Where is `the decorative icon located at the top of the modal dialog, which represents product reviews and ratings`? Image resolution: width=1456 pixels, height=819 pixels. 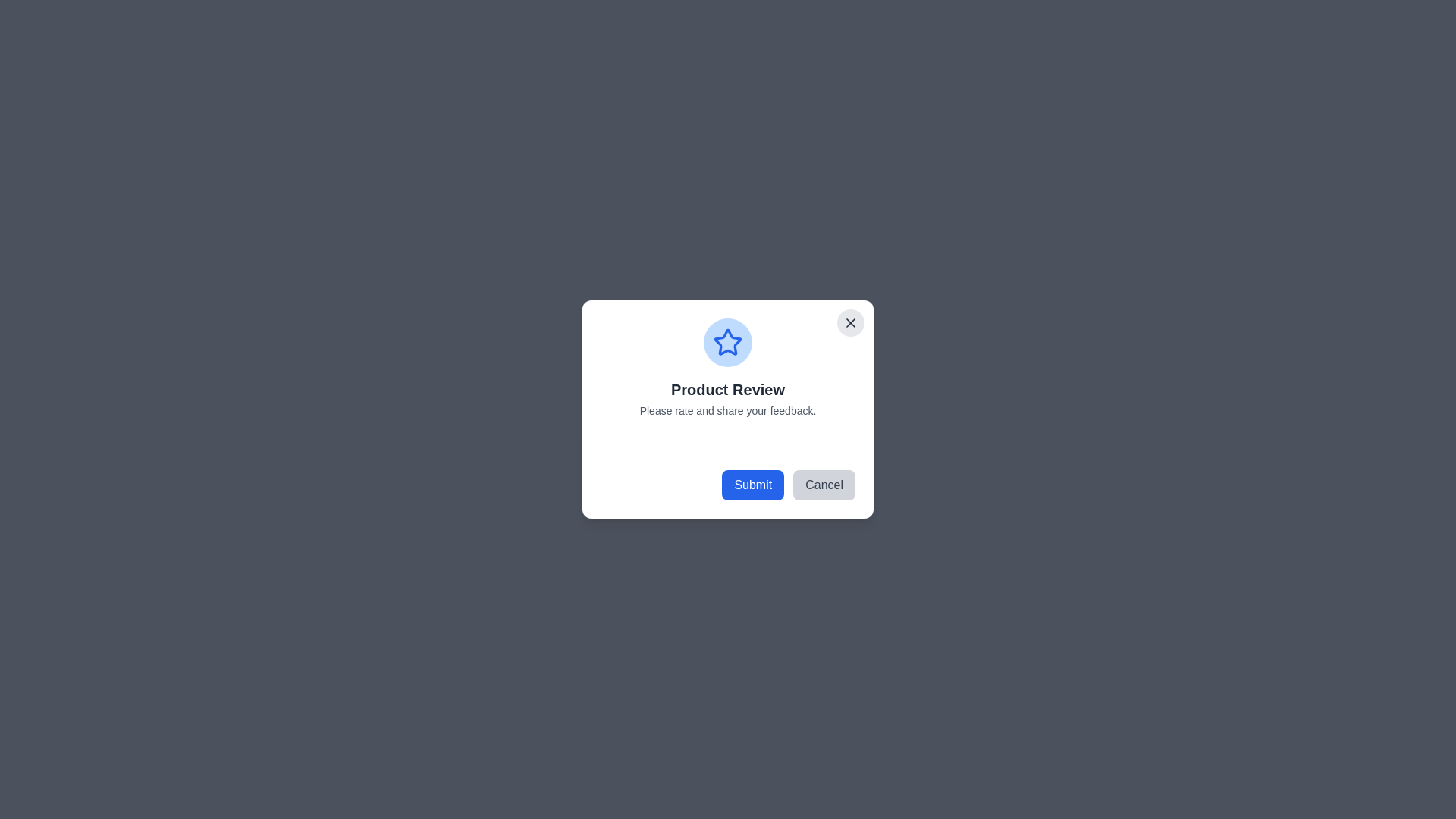
the decorative icon located at the top of the modal dialog, which represents product reviews and ratings is located at coordinates (728, 342).